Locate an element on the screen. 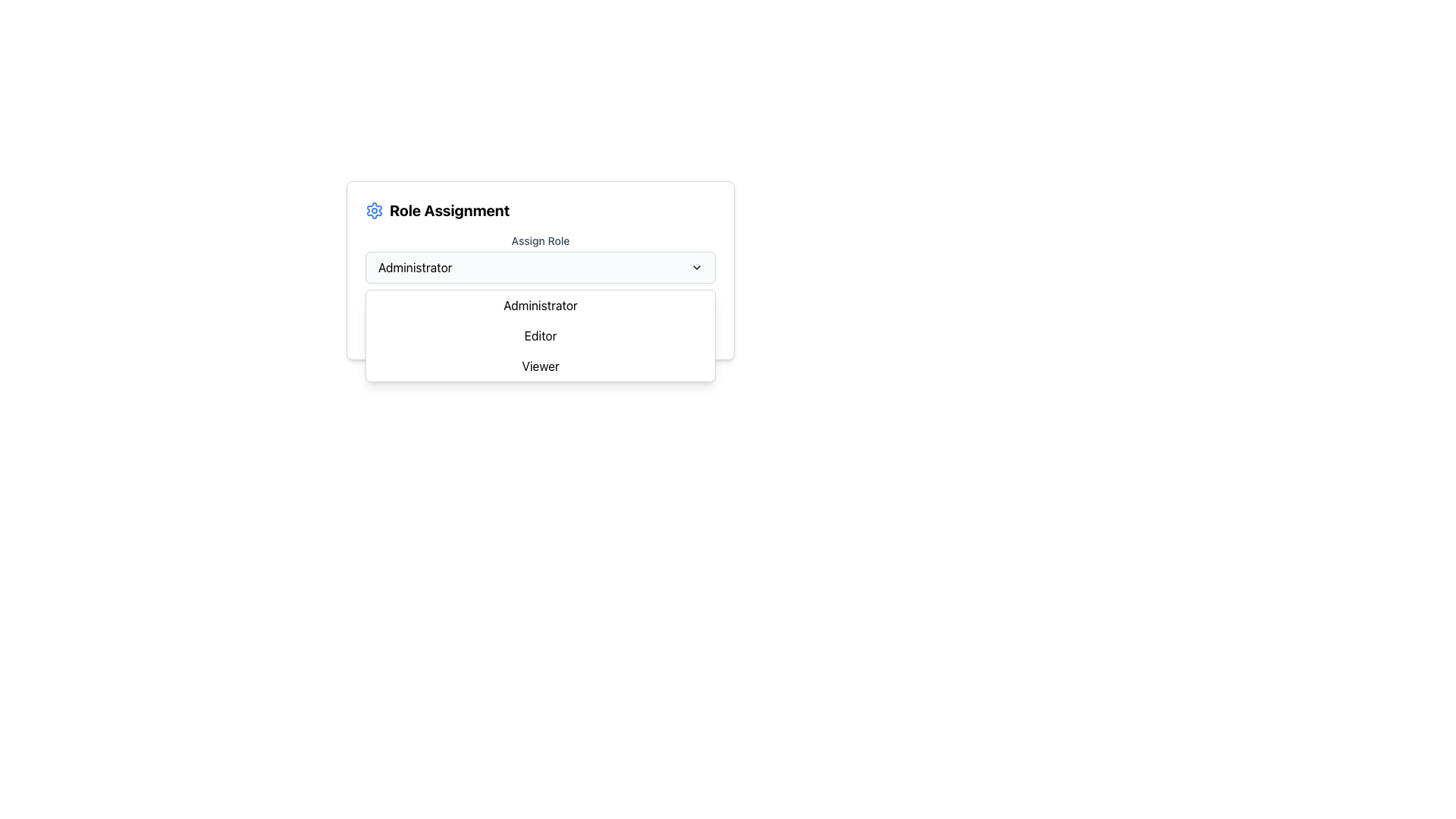 This screenshot has height=819, width=1456. the Dropdown menu in the 'Role Assignment' section is located at coordinates (541, 257).